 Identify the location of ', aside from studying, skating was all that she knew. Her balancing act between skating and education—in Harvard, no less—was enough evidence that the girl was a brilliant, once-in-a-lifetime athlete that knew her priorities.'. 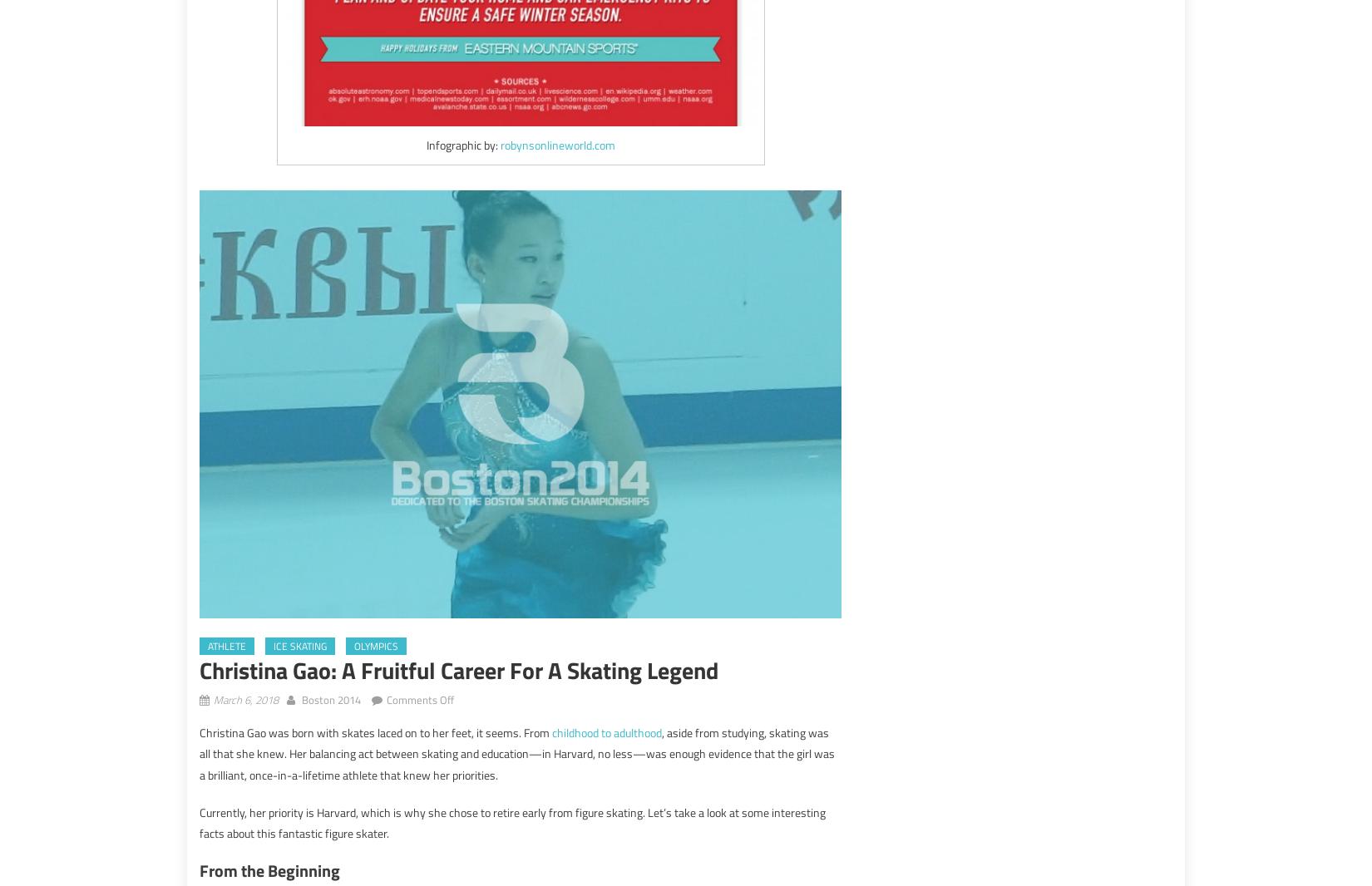
(516, 753).